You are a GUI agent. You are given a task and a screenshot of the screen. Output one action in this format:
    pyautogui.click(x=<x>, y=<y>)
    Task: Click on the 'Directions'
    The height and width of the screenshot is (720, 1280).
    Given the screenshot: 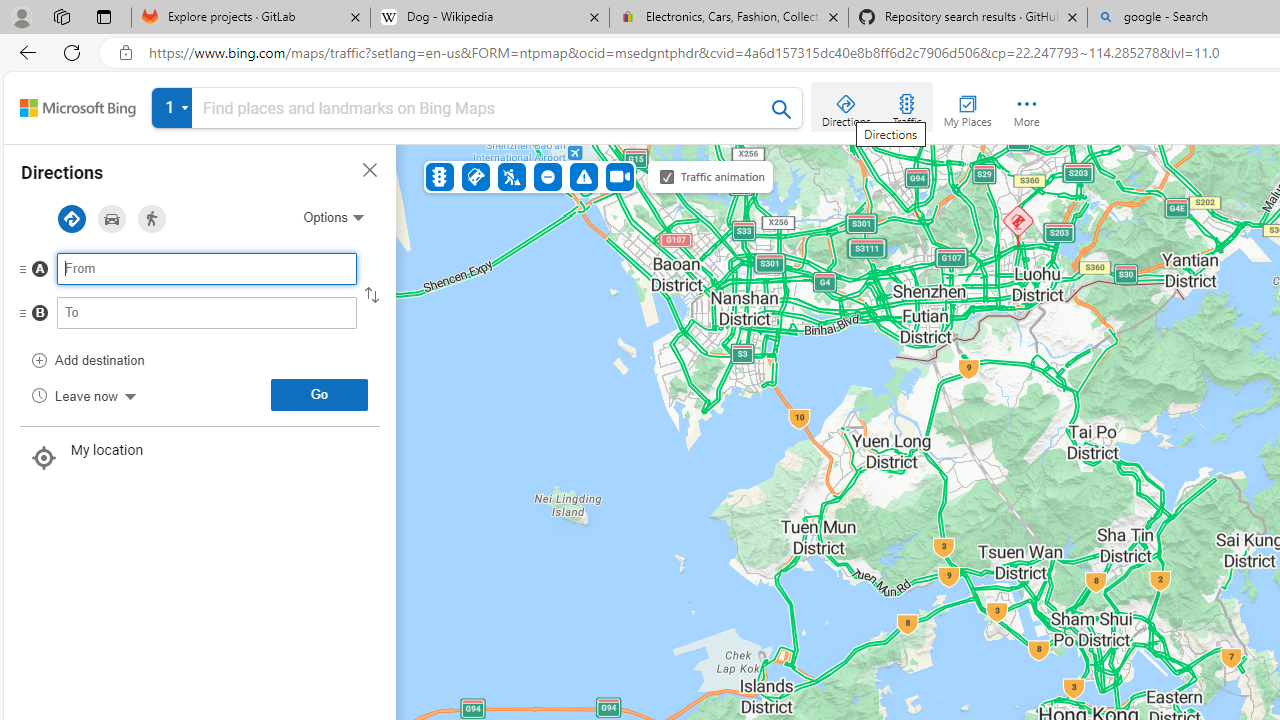 What is the action you would take?
    pyautogui.click(x=846, y=106)
    